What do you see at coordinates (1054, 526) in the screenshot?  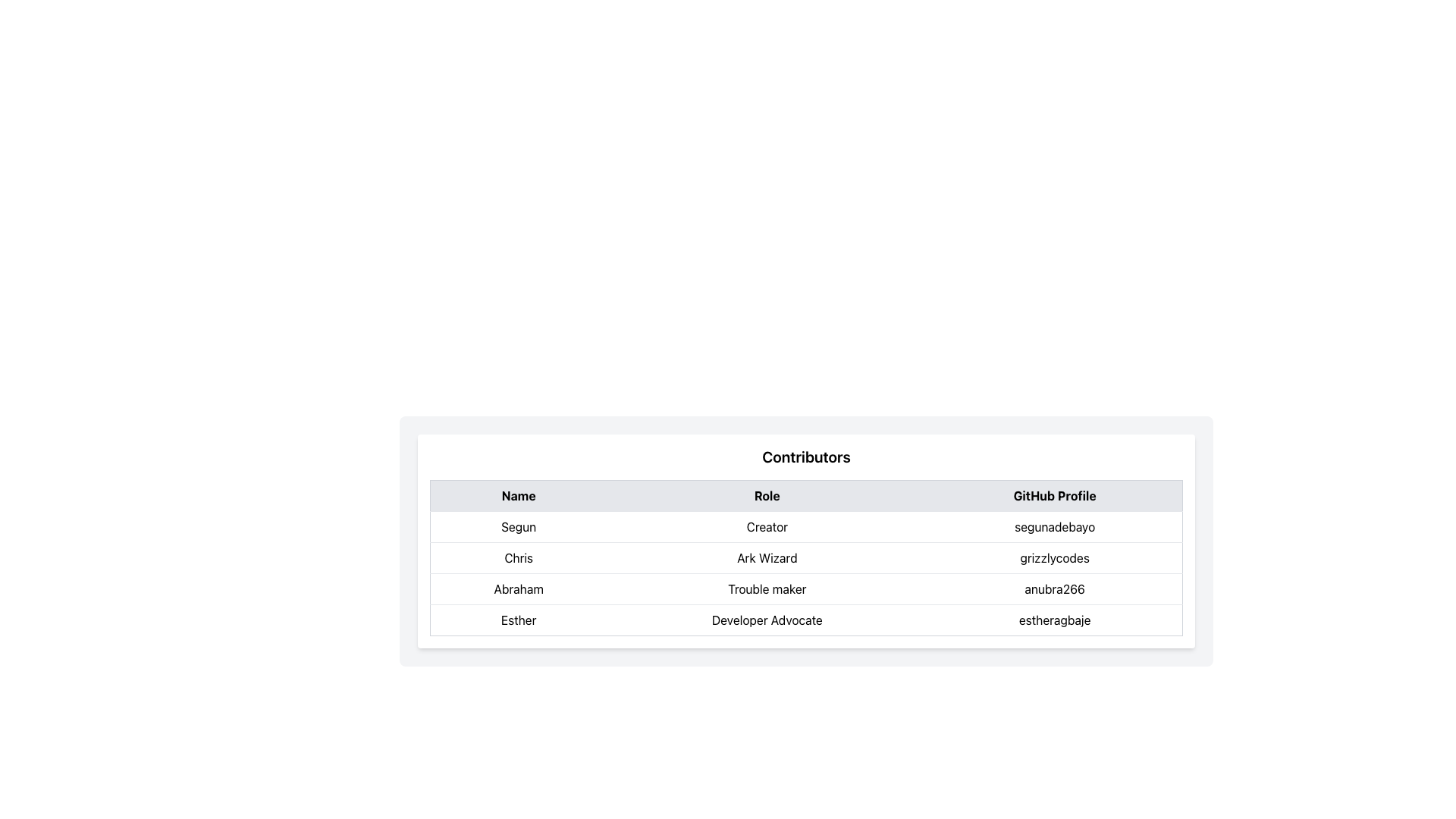 I see `text displayed in the Text label that shows 'segunadebayo', located in the third column of the first row under the 'GitHub Profile' header in the table` at bounding box center [1054, 526].